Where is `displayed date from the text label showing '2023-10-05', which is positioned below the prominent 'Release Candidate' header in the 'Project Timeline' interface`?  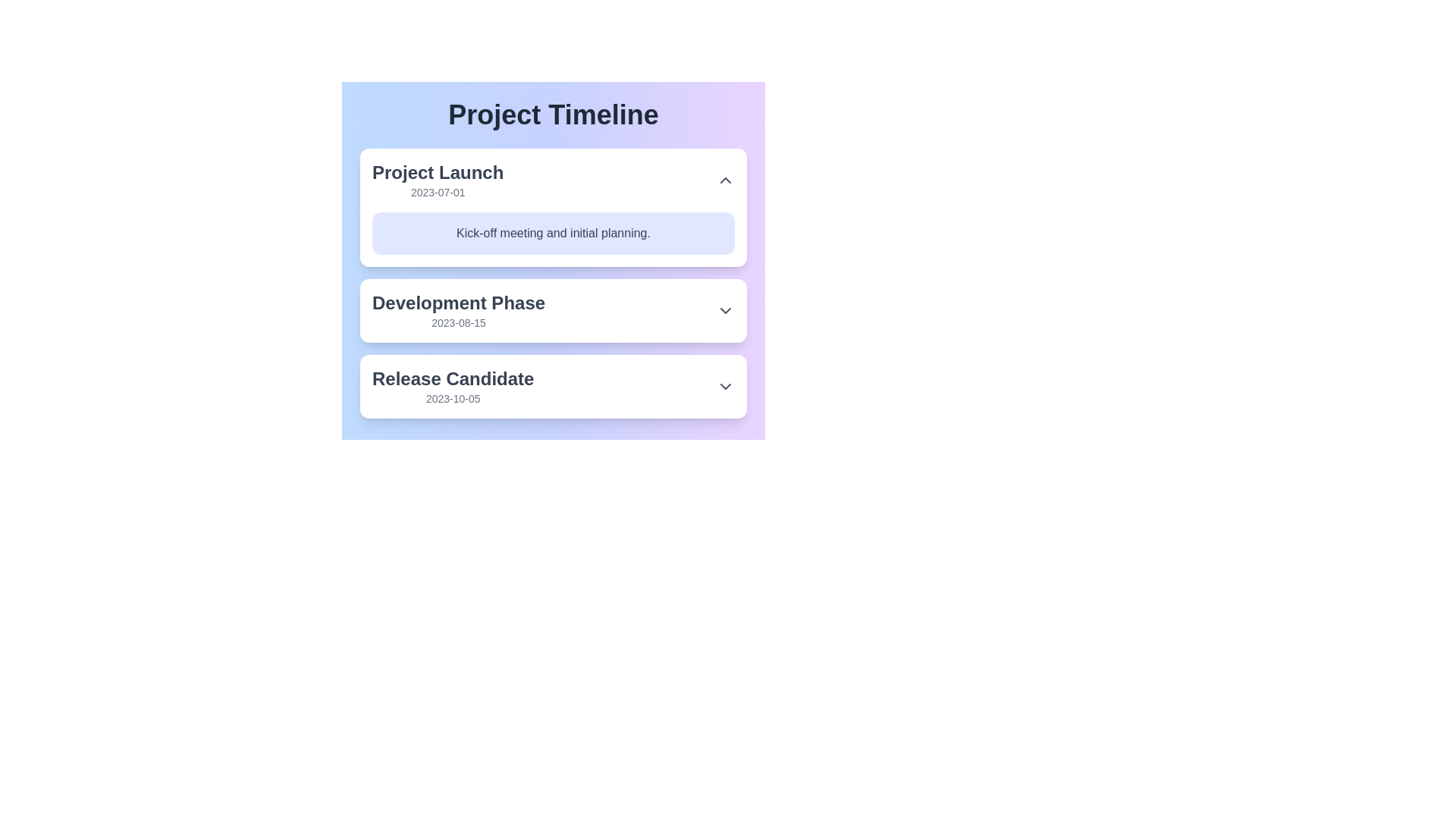
displayed date from the text label showing '2023-10-05', which is positioned below the prominent 'Release Candidate' header in the 'Project Timeline' interface is located at coordinates (452, 397).